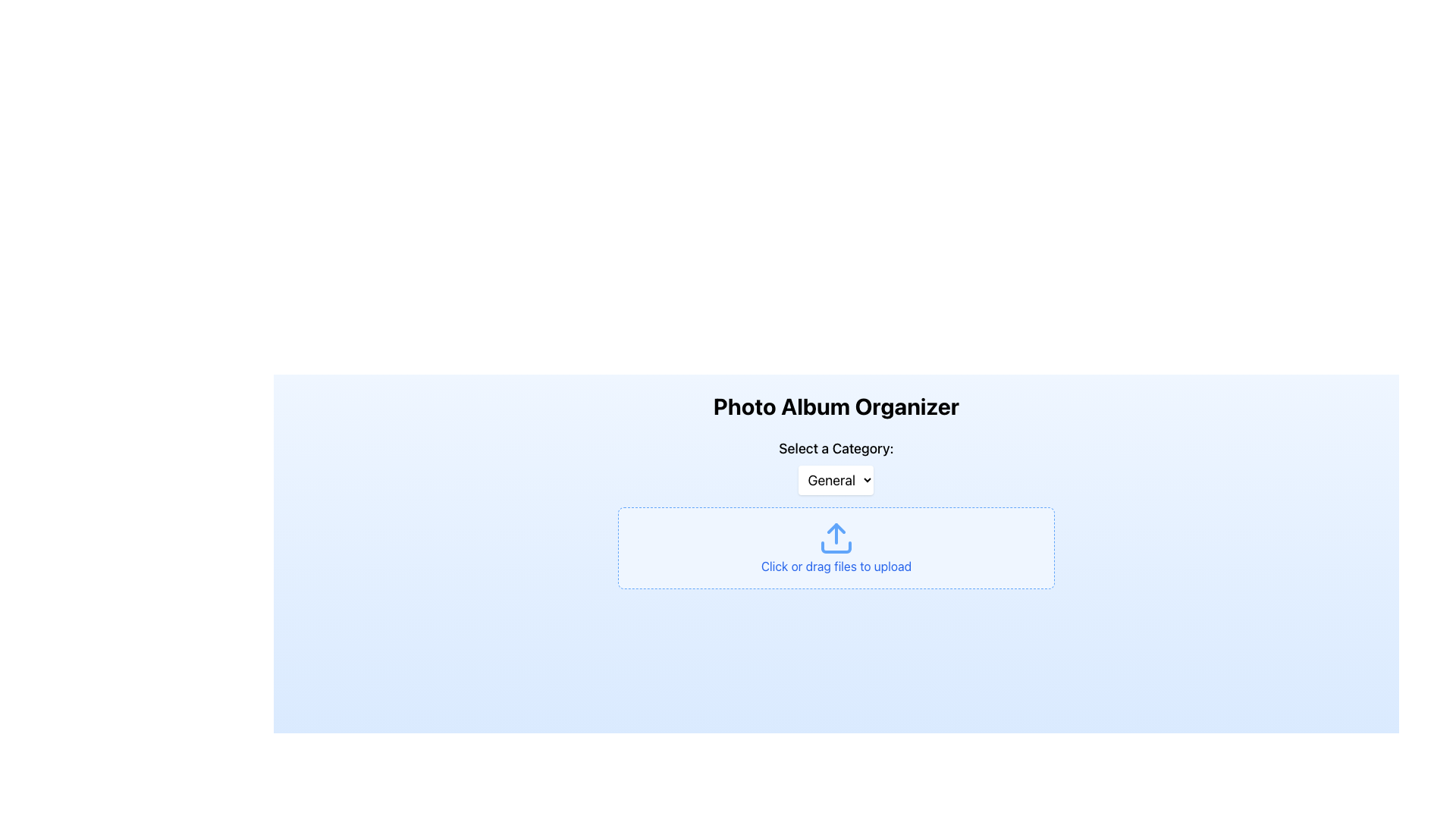  Describe the element at coordinates (836, 480) in the screenshot. I see `the 'General' dropdown menu button located directly below the 'Select a Category:' label` at that location.